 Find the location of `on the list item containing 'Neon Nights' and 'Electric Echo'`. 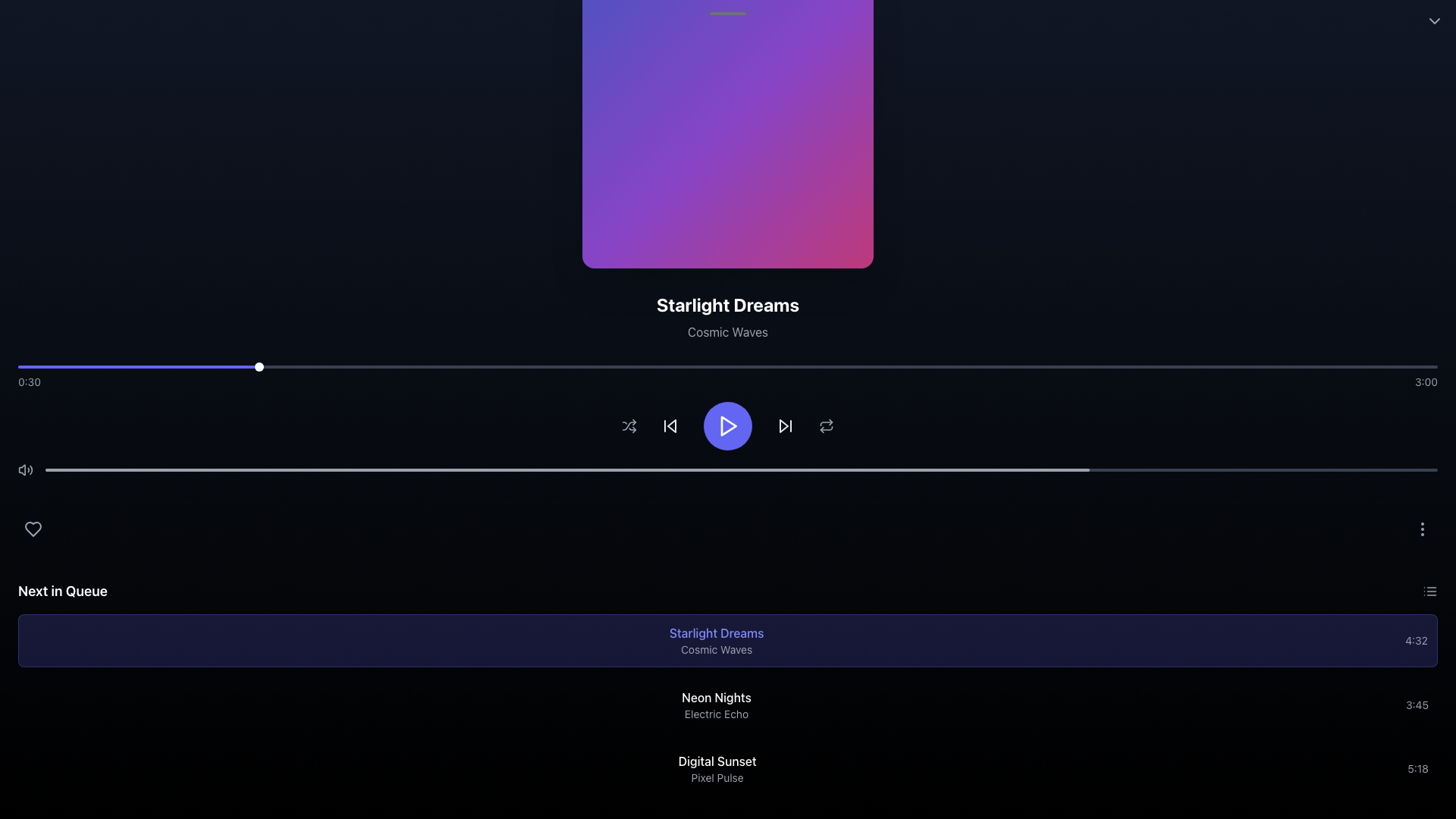

on the list item containing 'Neon Nights' and 'Electric Echo' is located at coordinates (728, 704).